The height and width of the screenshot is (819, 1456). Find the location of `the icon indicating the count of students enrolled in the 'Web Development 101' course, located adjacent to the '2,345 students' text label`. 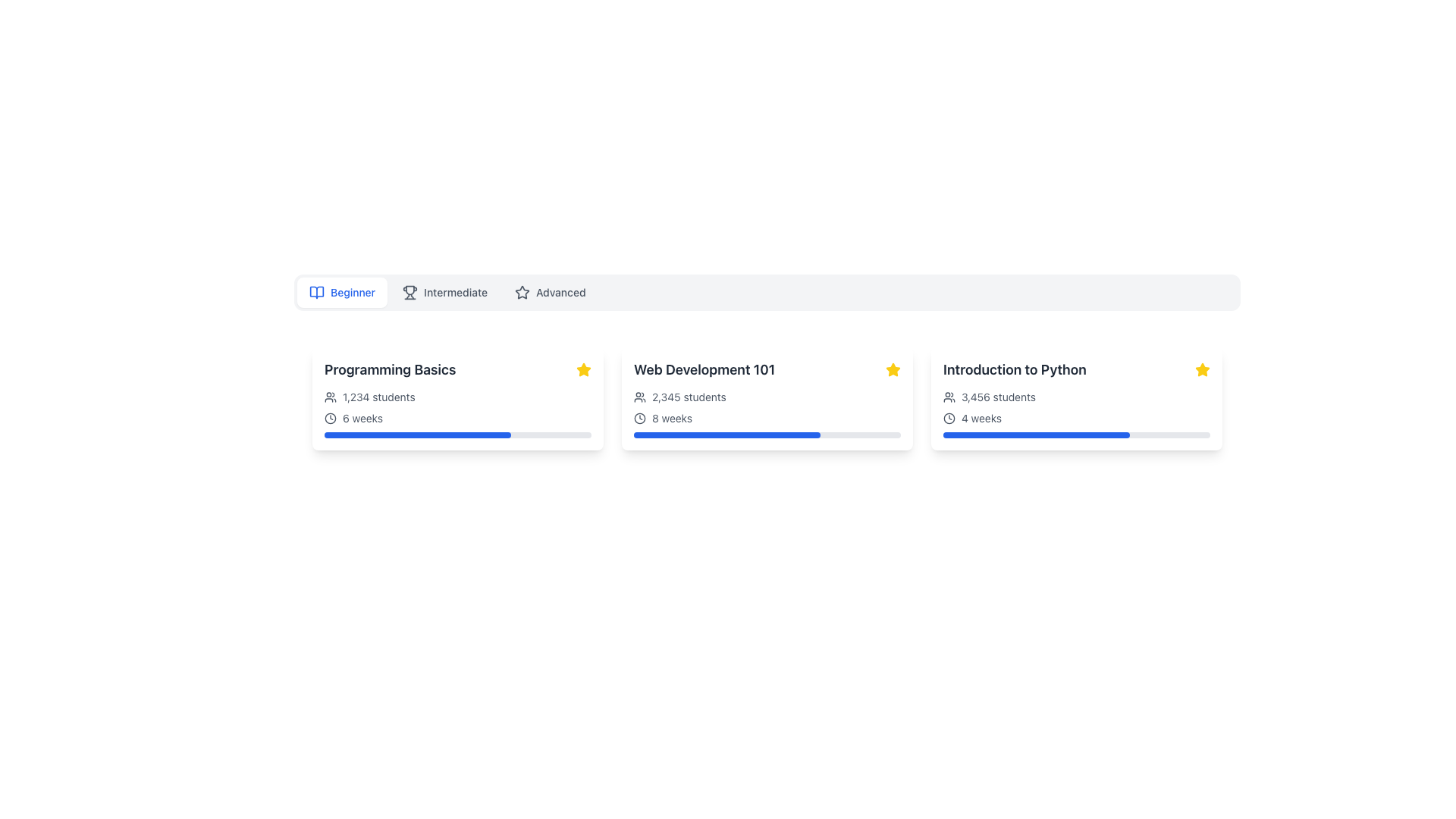

the icon indicating the count of students enrolled in the 'Web Development 101' course, located adjacent to the '2,345 students' text label is located at coordinates (640, 397).